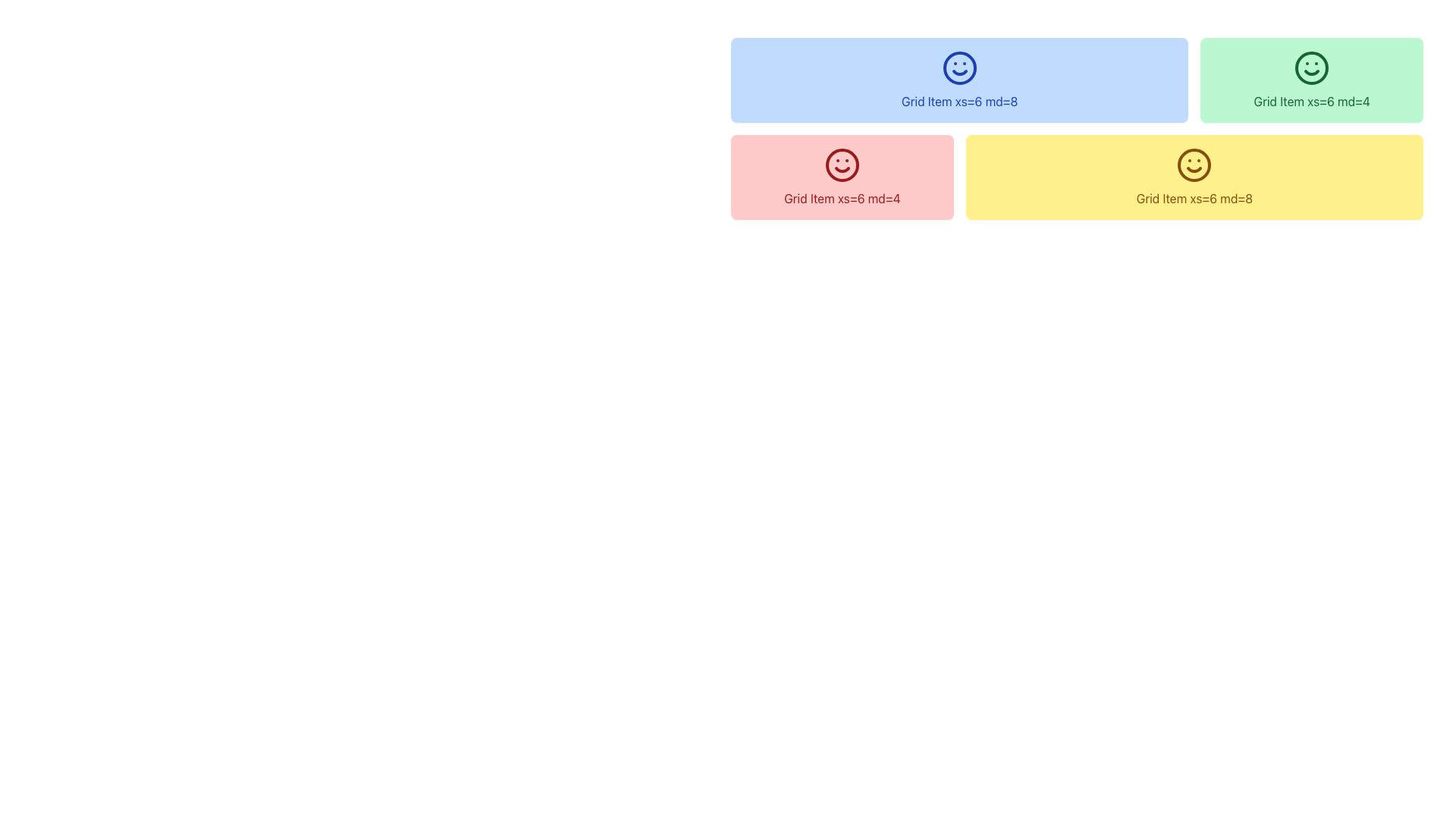  What do you see at coordinates (959, 67) in the screenshot?
I see `the Circle graphic element that serves as the circular boundary of a smiley face icon within the SVG, located inside a blue-colored rectangular grid item labeled 'Grid Item xs=6 md=8'` at bounding box center [959, 67].